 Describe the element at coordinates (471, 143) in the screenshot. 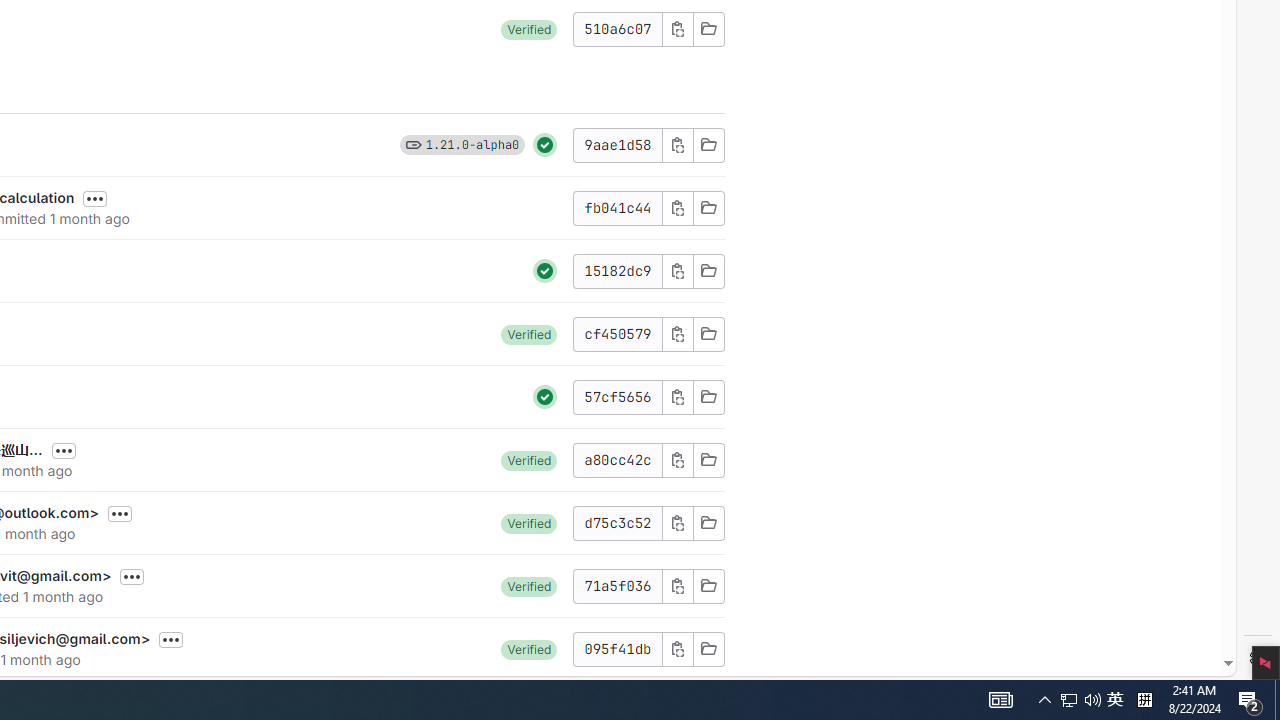

I see `'1.21.0-alpha0'` at that location.